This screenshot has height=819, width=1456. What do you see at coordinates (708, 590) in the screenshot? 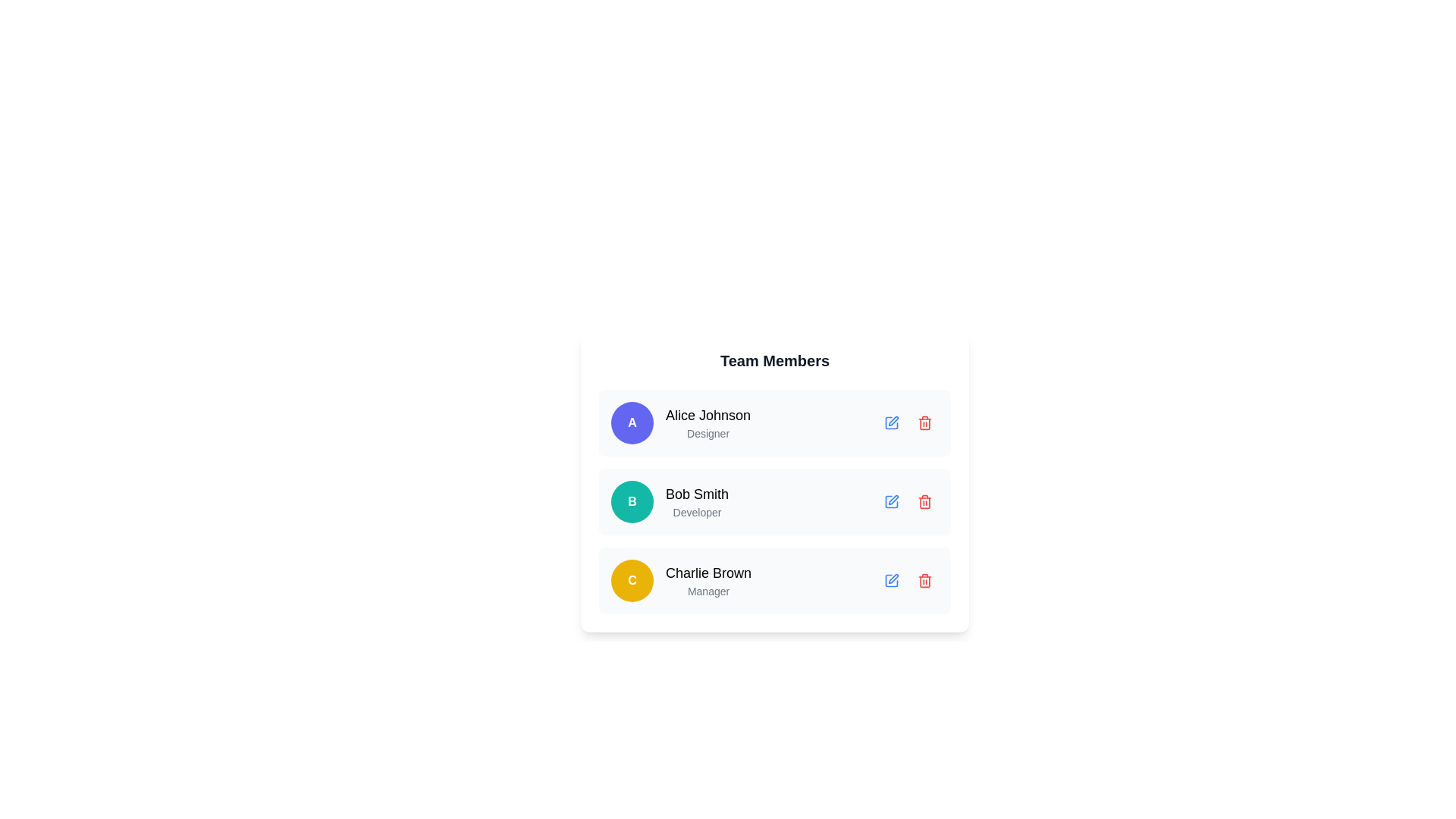
I see `the text label displaying 'Manager' which is positioned centrally beneath the 'Charlie Brown' text label in the 'Team Members' section` at bounding box center [708, 590].